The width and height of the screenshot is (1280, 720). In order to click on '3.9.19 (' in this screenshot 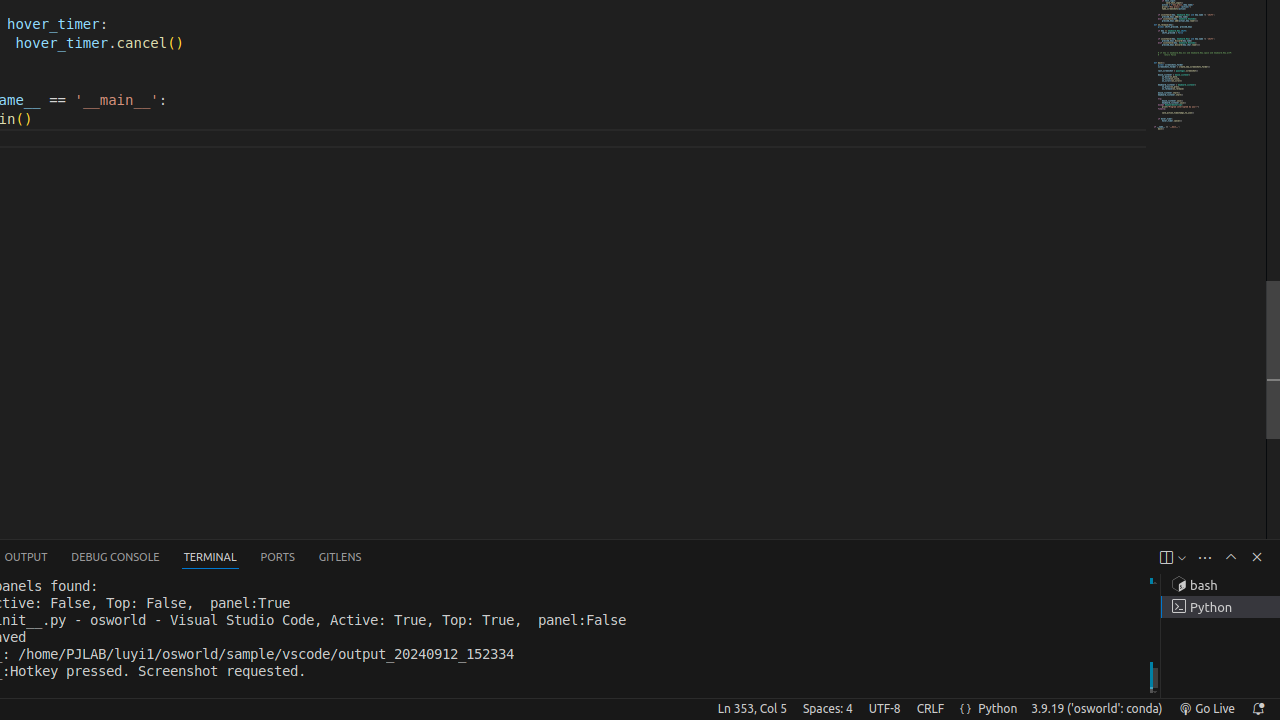, I will do `click(1095, 707)`.